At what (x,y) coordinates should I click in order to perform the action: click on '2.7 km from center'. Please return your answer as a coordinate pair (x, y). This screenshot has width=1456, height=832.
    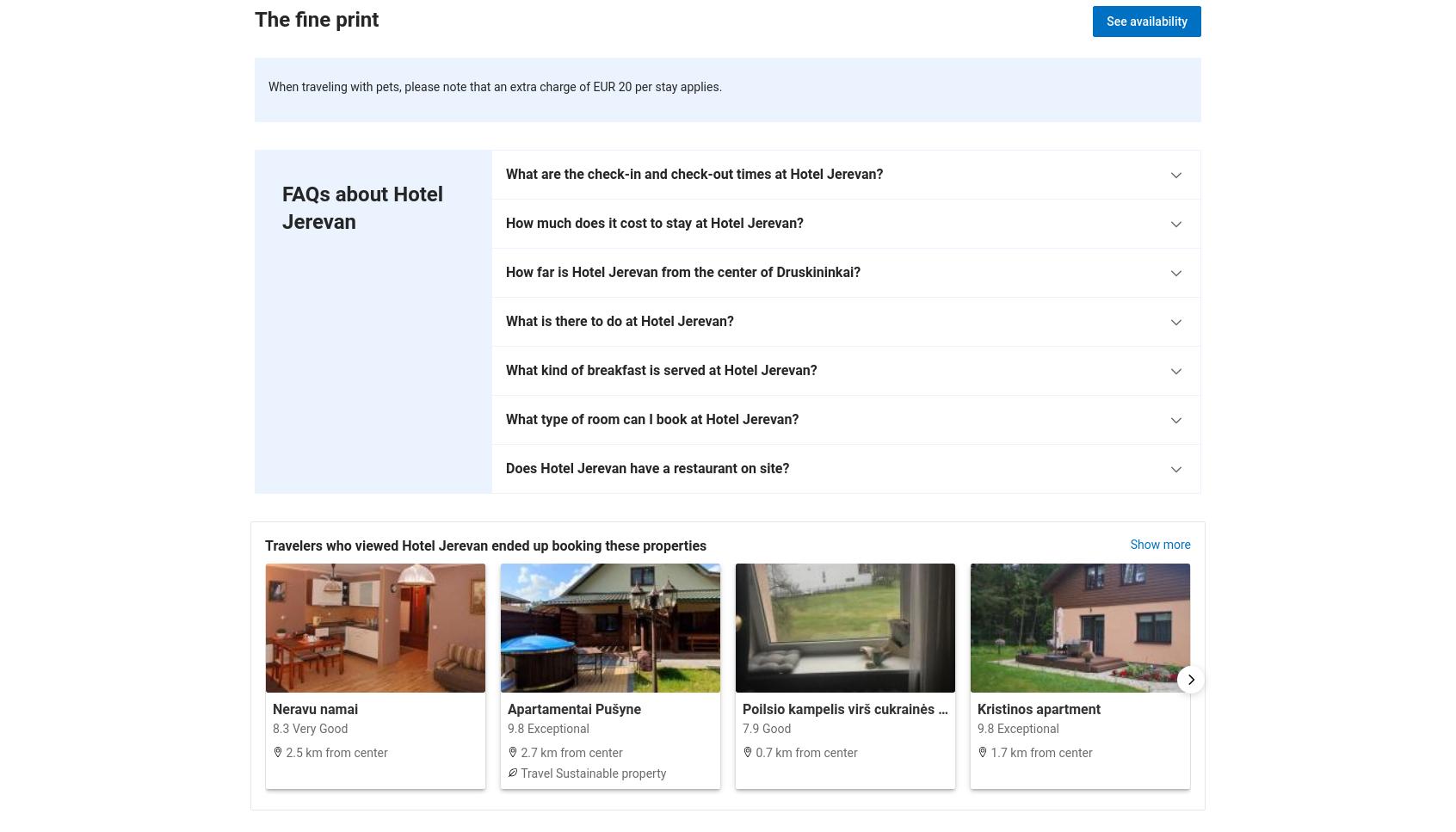
    Looking at the image, I should click on (570, 750).